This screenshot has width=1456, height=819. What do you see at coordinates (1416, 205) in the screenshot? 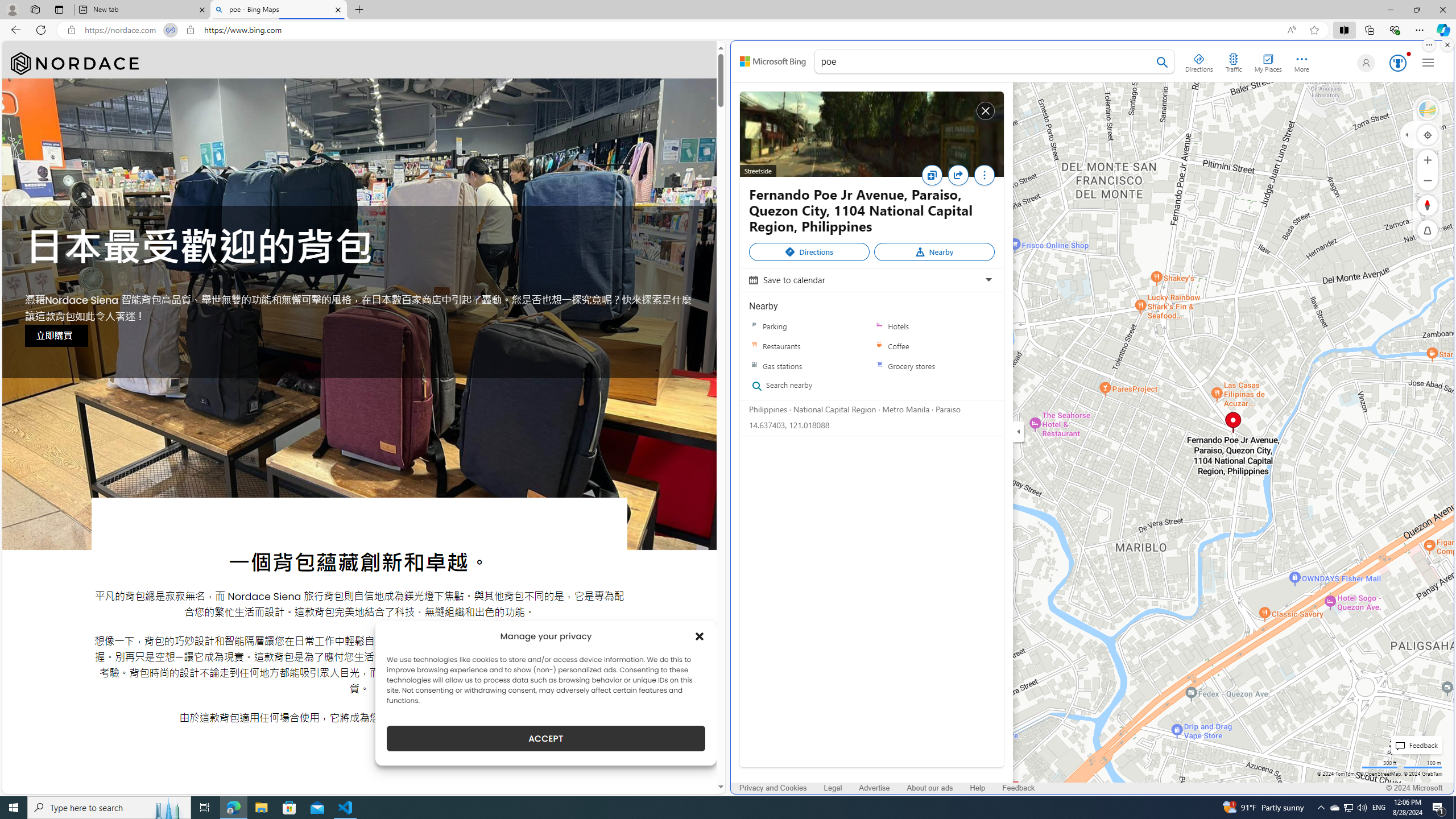
I see `'Rotate Right'` at bounding box center [1416, 205].